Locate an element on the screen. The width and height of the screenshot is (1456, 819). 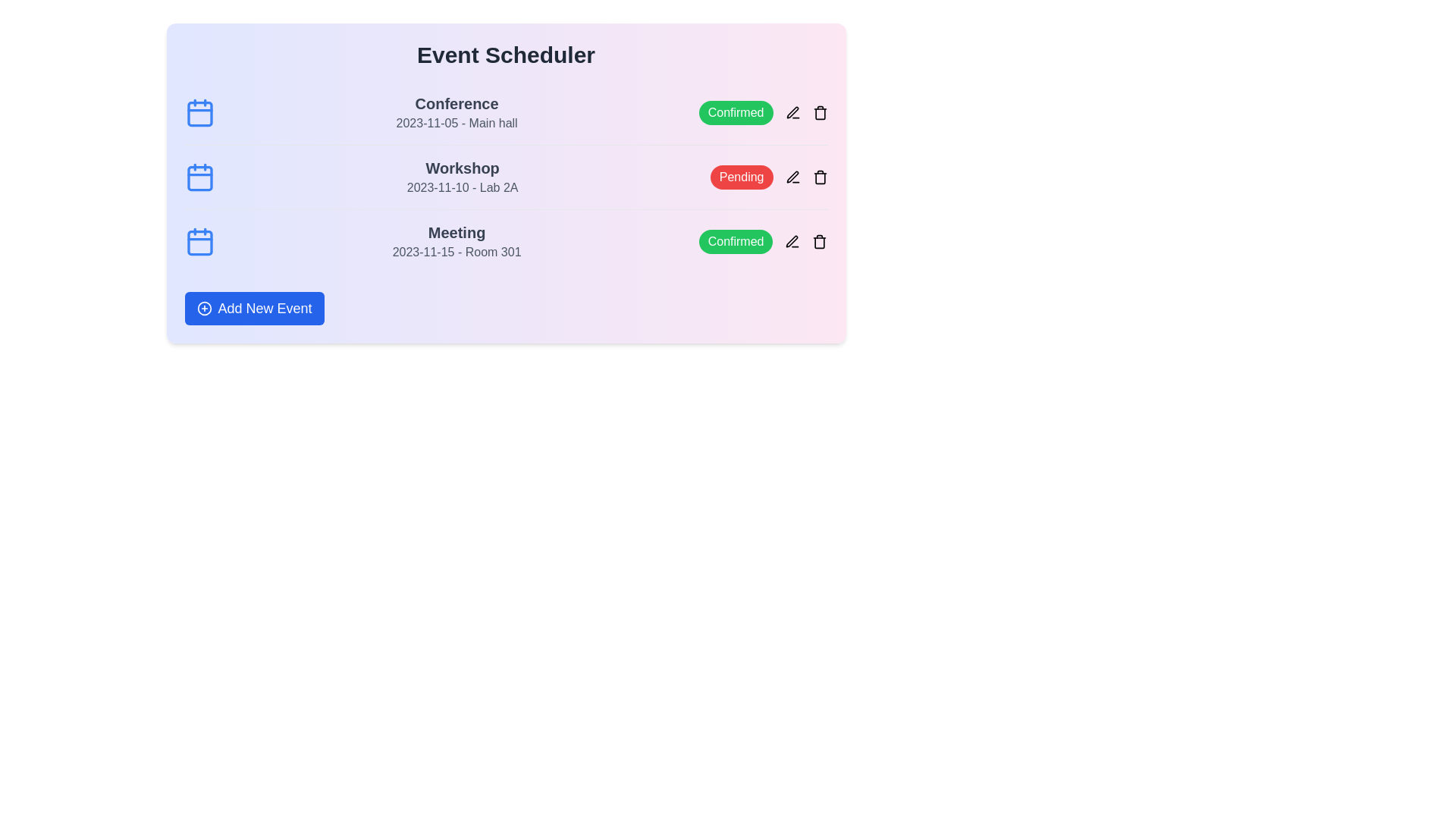
the Edit Action icon button located beside the 'Confirmed' green status badge in the bottom row of the event list to initiate editing the 'Meeting' event is located at coordinates (792, 241).